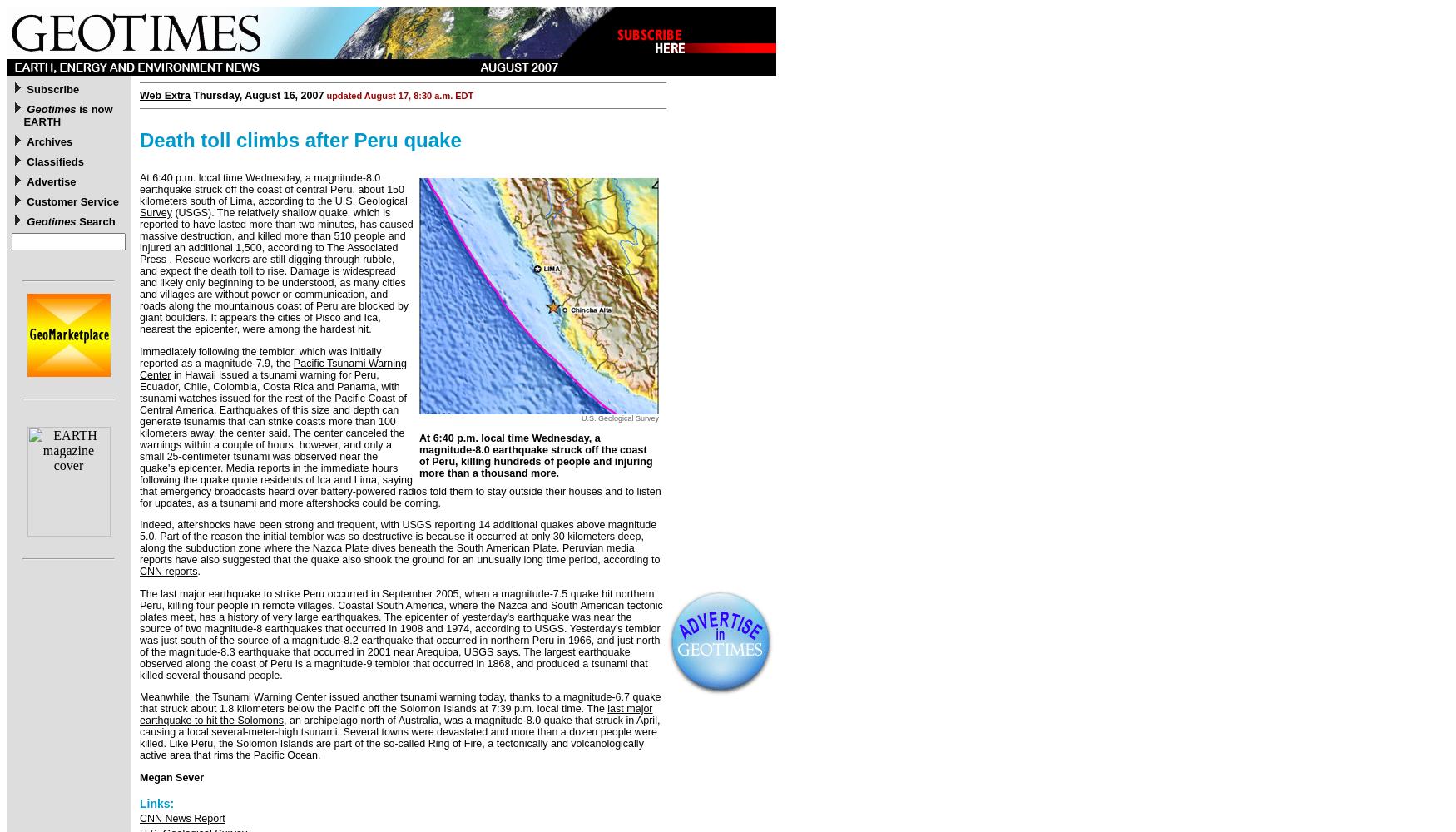  Describe the element at coordinates (260, 357) in the screenshot. I see `'Immediately following the temblor, which was initially reported as a magnitude-7.9, the'` at that location.